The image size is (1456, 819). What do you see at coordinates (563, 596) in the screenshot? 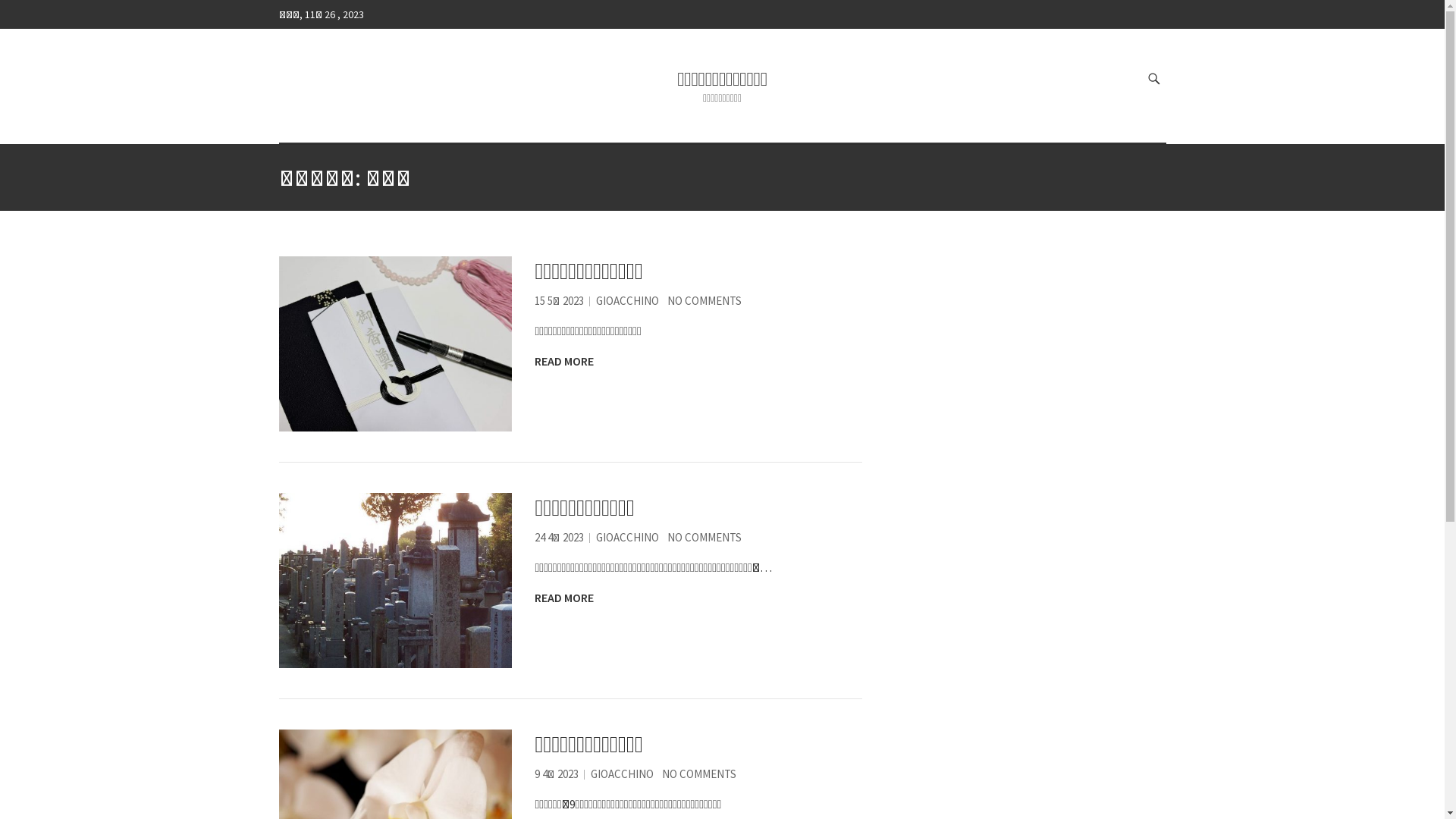
I see `'READ MORE'` at bounding box center [563, 596].